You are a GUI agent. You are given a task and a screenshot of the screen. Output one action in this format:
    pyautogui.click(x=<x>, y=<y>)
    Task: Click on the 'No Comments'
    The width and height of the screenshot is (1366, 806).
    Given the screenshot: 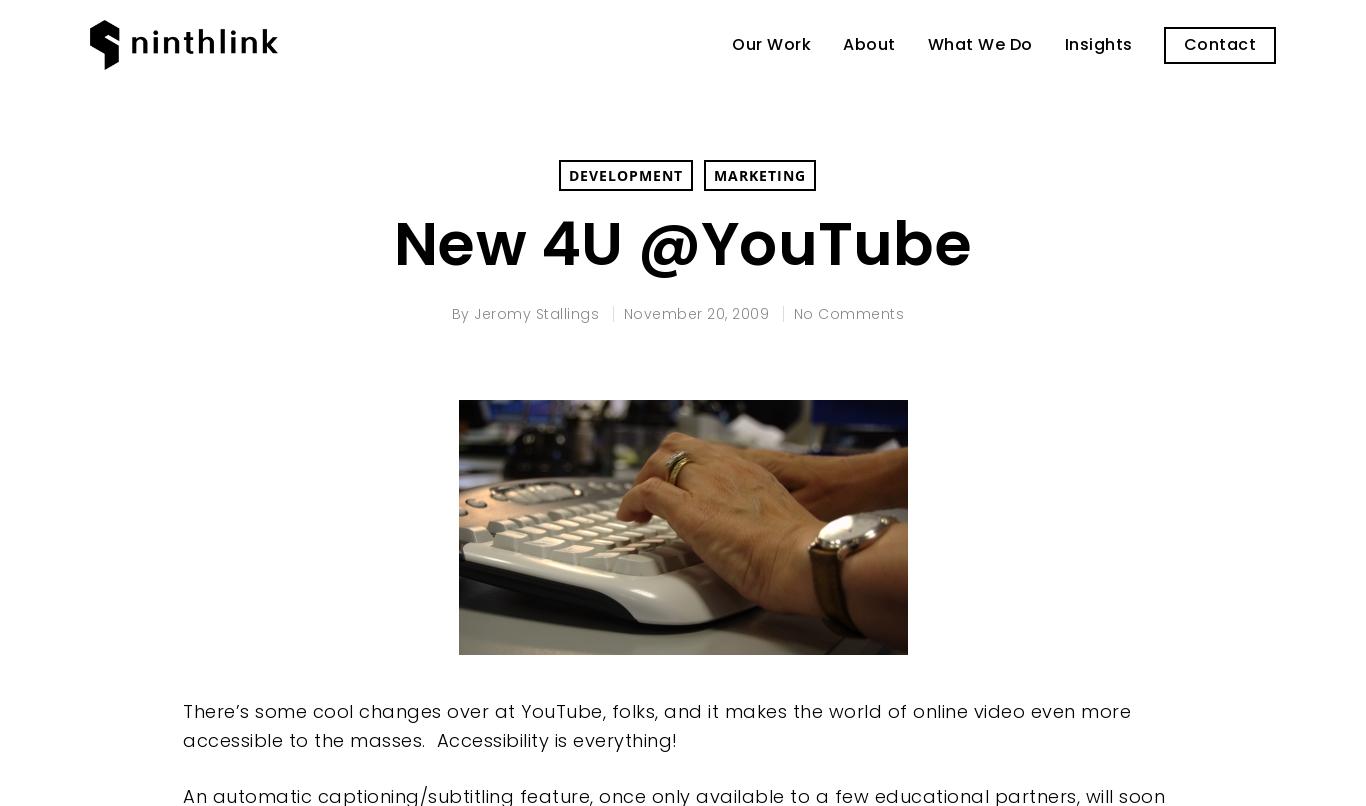 What is the action you would take?
    pyautogui.click(x=792, y=314)
    